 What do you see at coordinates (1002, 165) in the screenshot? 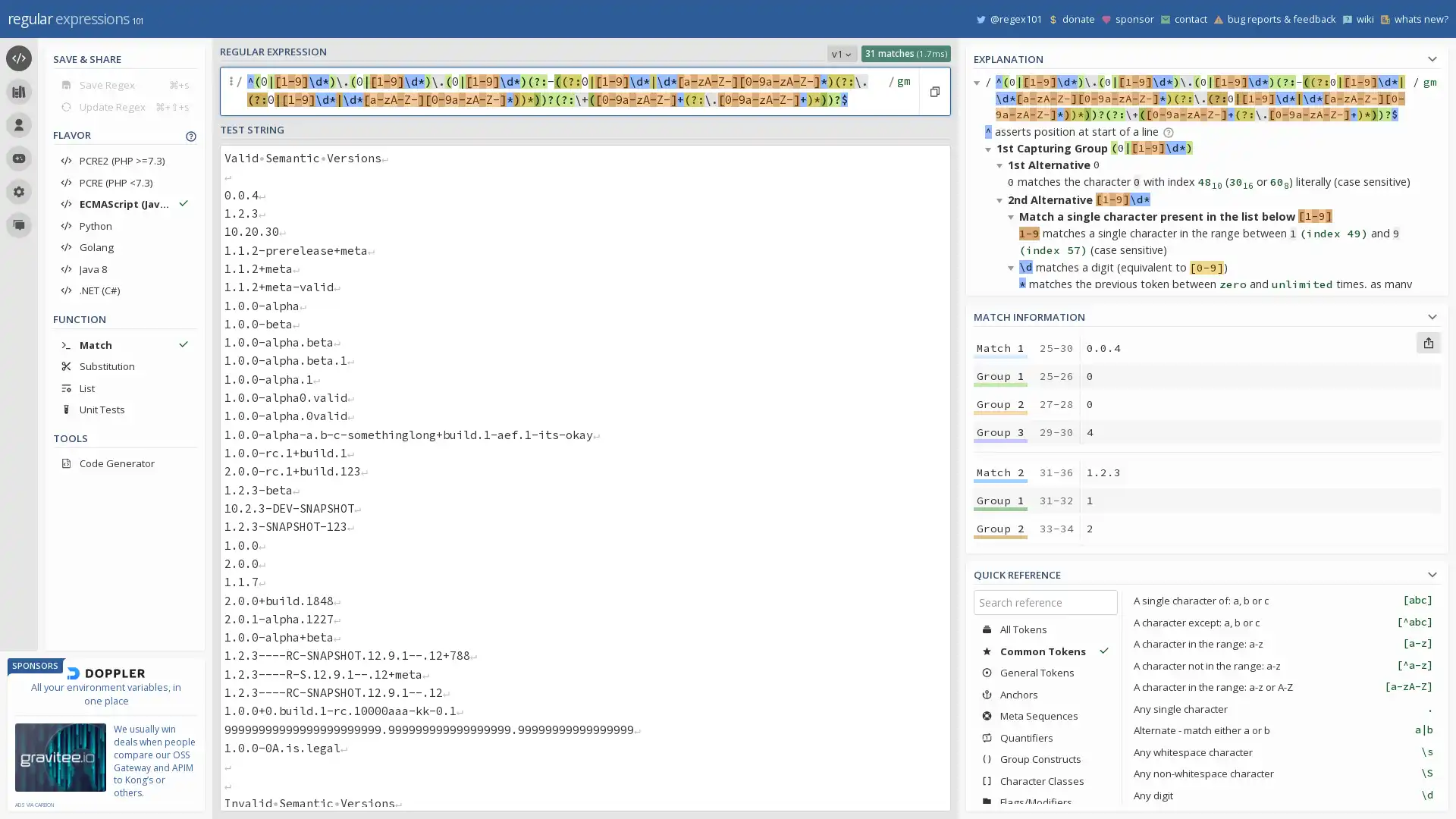
I see `Collapse Subtree` at bounding box center [1002, 165].